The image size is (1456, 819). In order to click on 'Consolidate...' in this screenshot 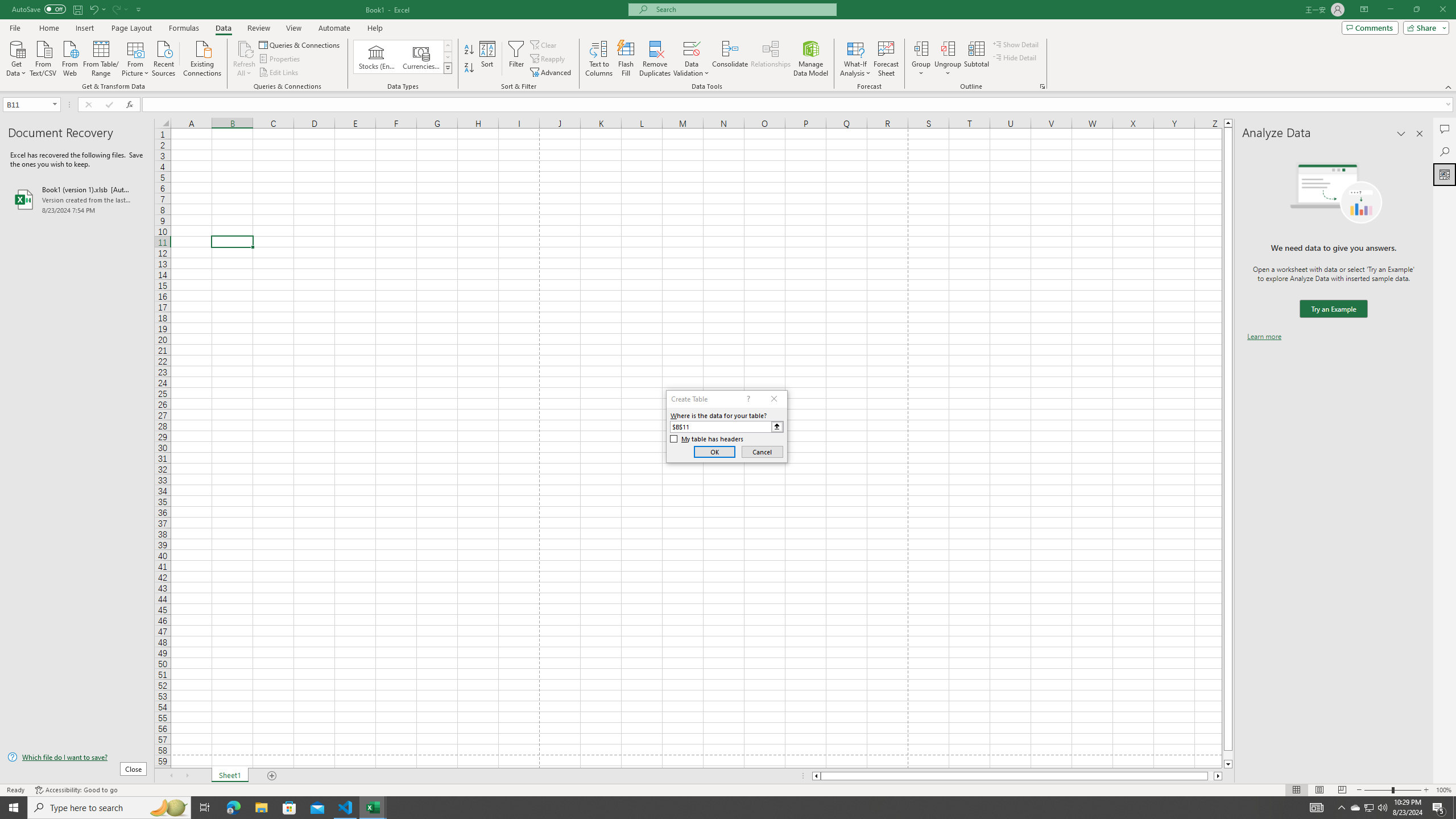, I will do `click(730, 59)`.